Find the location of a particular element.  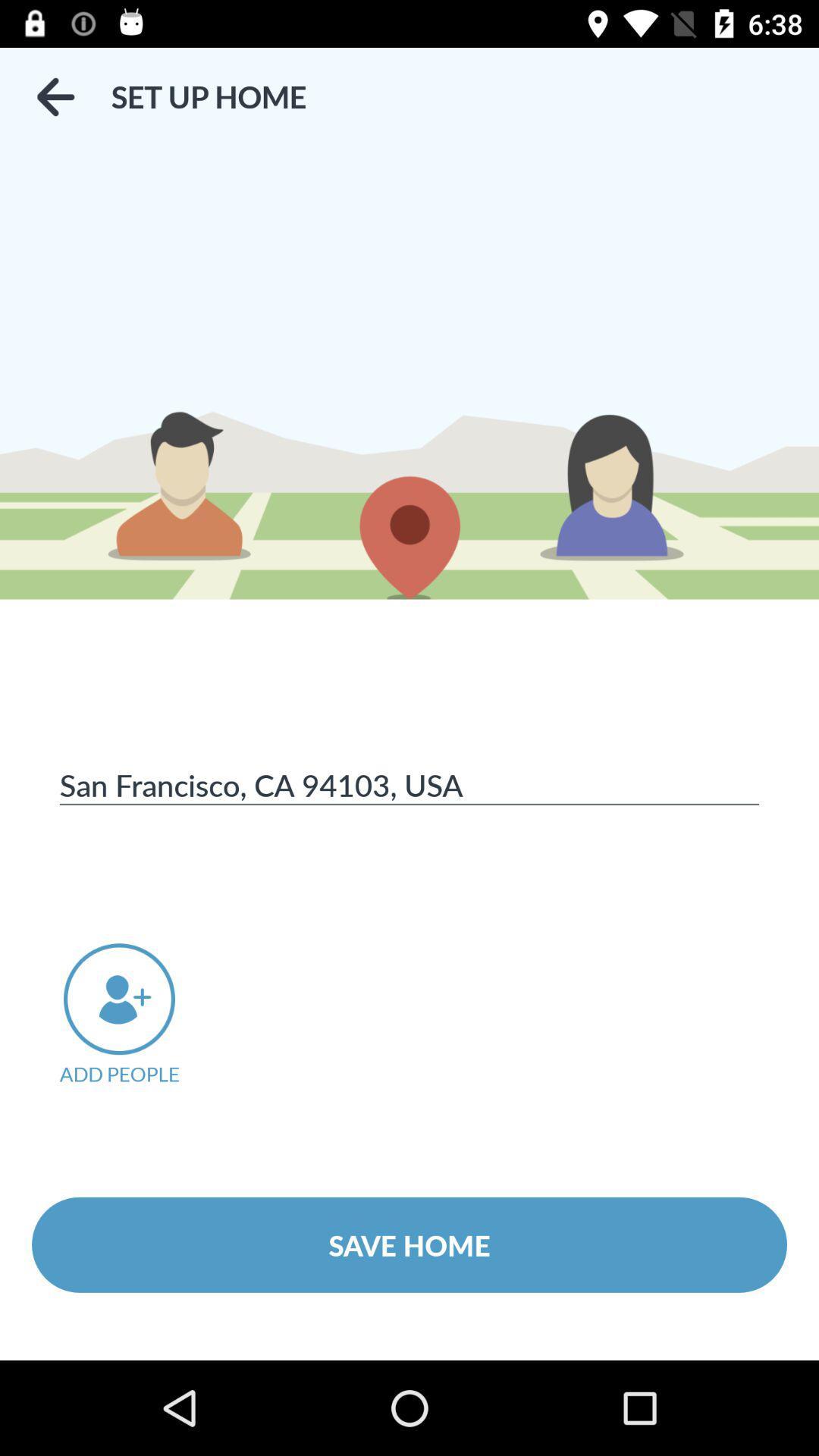

icon to the left of the set up home item is located at coordinates (55, 96).